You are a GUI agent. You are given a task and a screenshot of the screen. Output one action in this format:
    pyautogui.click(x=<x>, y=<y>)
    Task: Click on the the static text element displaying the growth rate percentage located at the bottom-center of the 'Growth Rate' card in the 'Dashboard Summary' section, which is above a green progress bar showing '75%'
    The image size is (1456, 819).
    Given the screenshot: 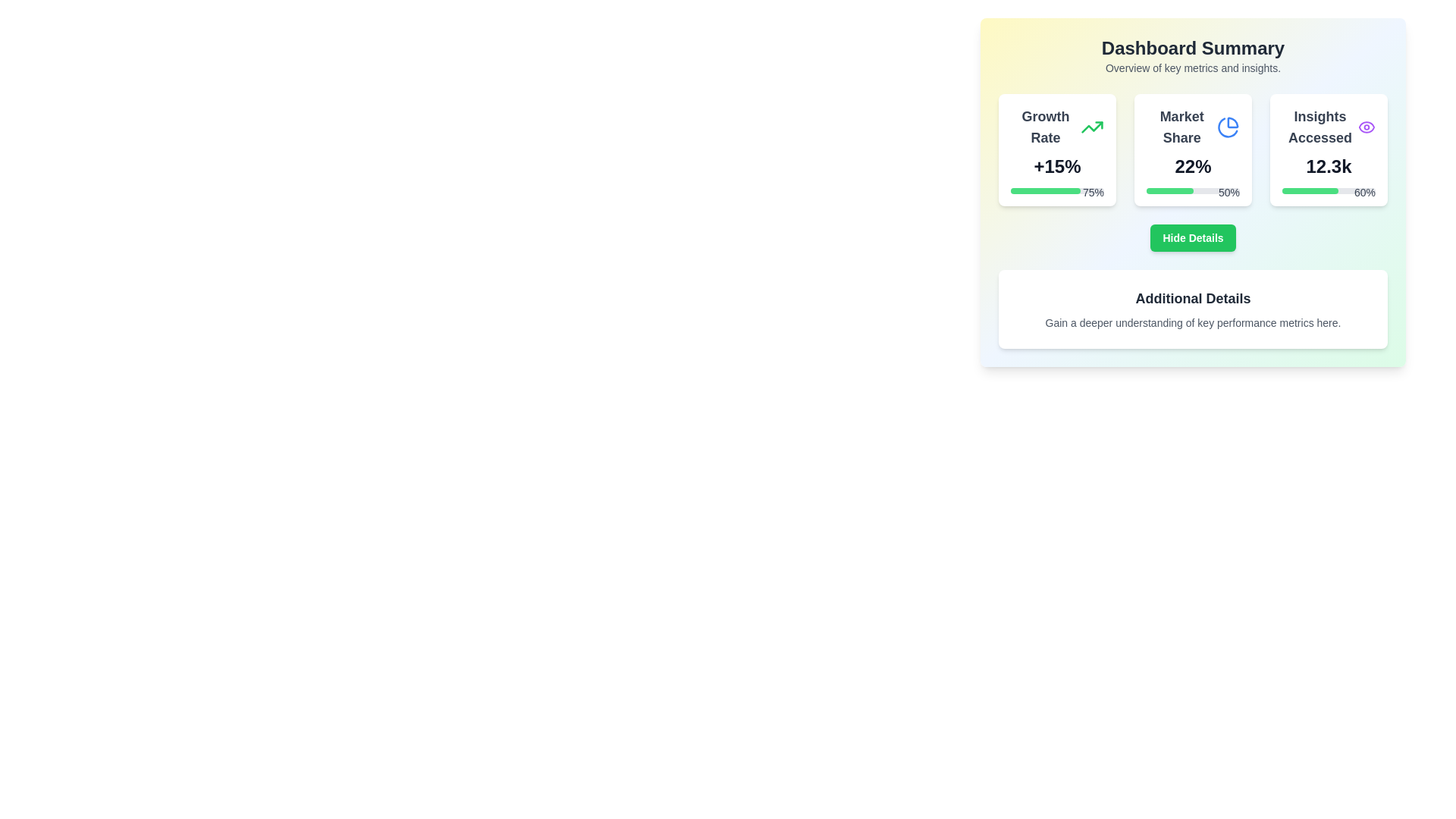 What is the action you would take?
    pyautogui.click(x=1056, y=166)
    